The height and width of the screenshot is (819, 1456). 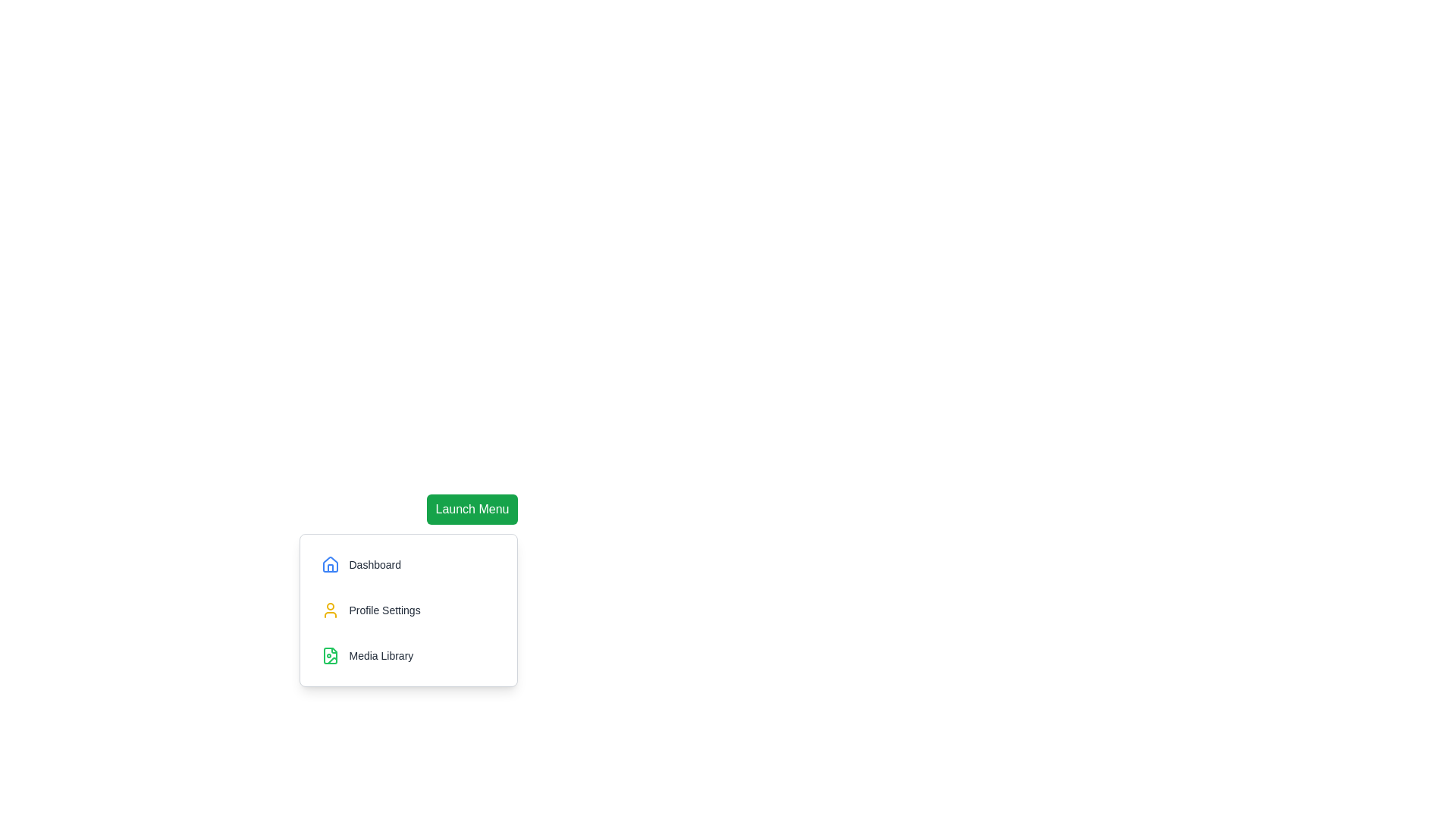 What do you see at coordinates (409, 610) in the screenshot?
I see `the 'Profile Settings' Navigation List Item, which features a yellow user icon and dark gray text` at bounding box center [409, 610].